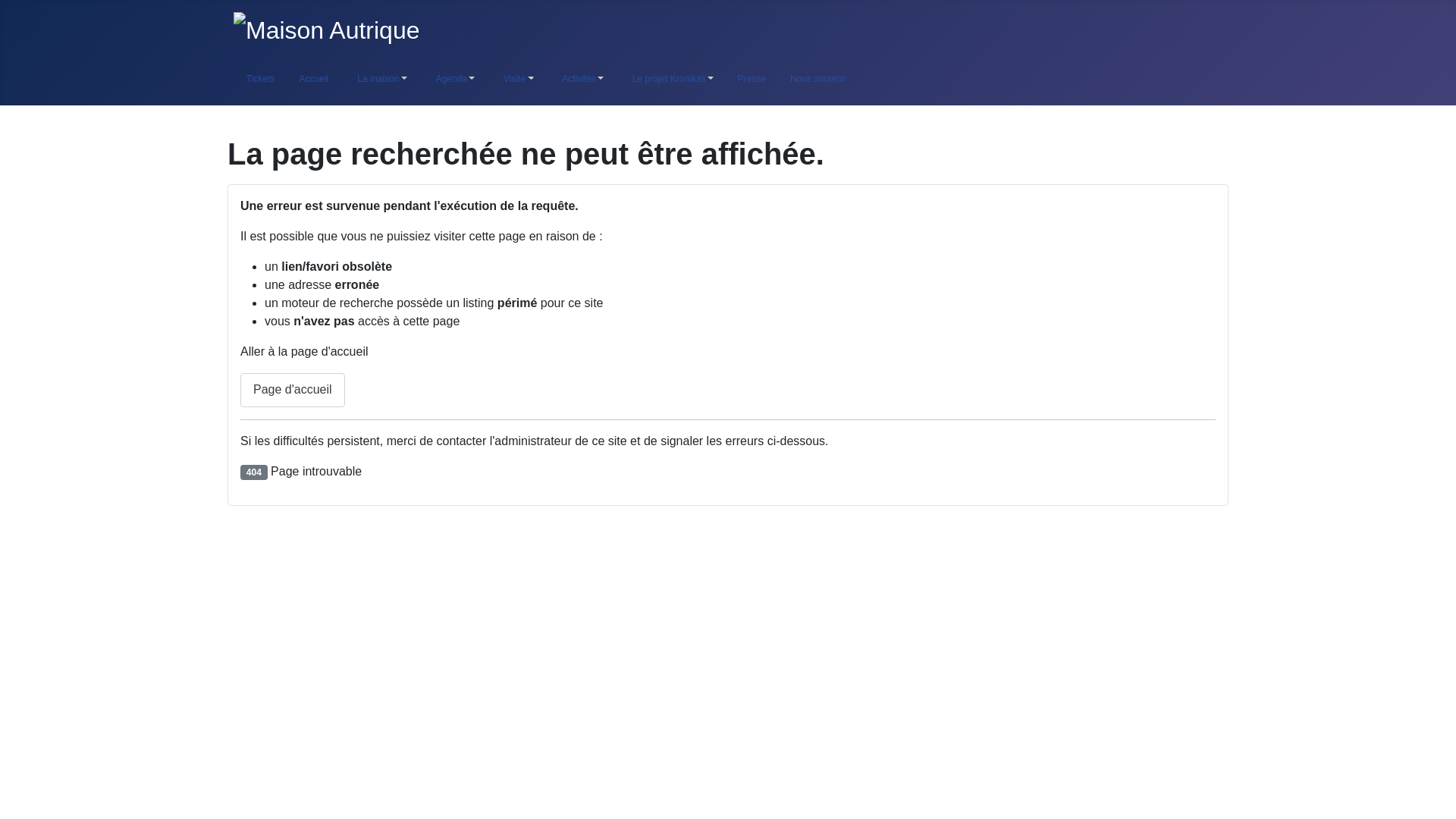 This screenshot has height=819, width=1456. Describe the element at coordinates (515, 79) in the screenshot. I see `'Visite'` at that location.